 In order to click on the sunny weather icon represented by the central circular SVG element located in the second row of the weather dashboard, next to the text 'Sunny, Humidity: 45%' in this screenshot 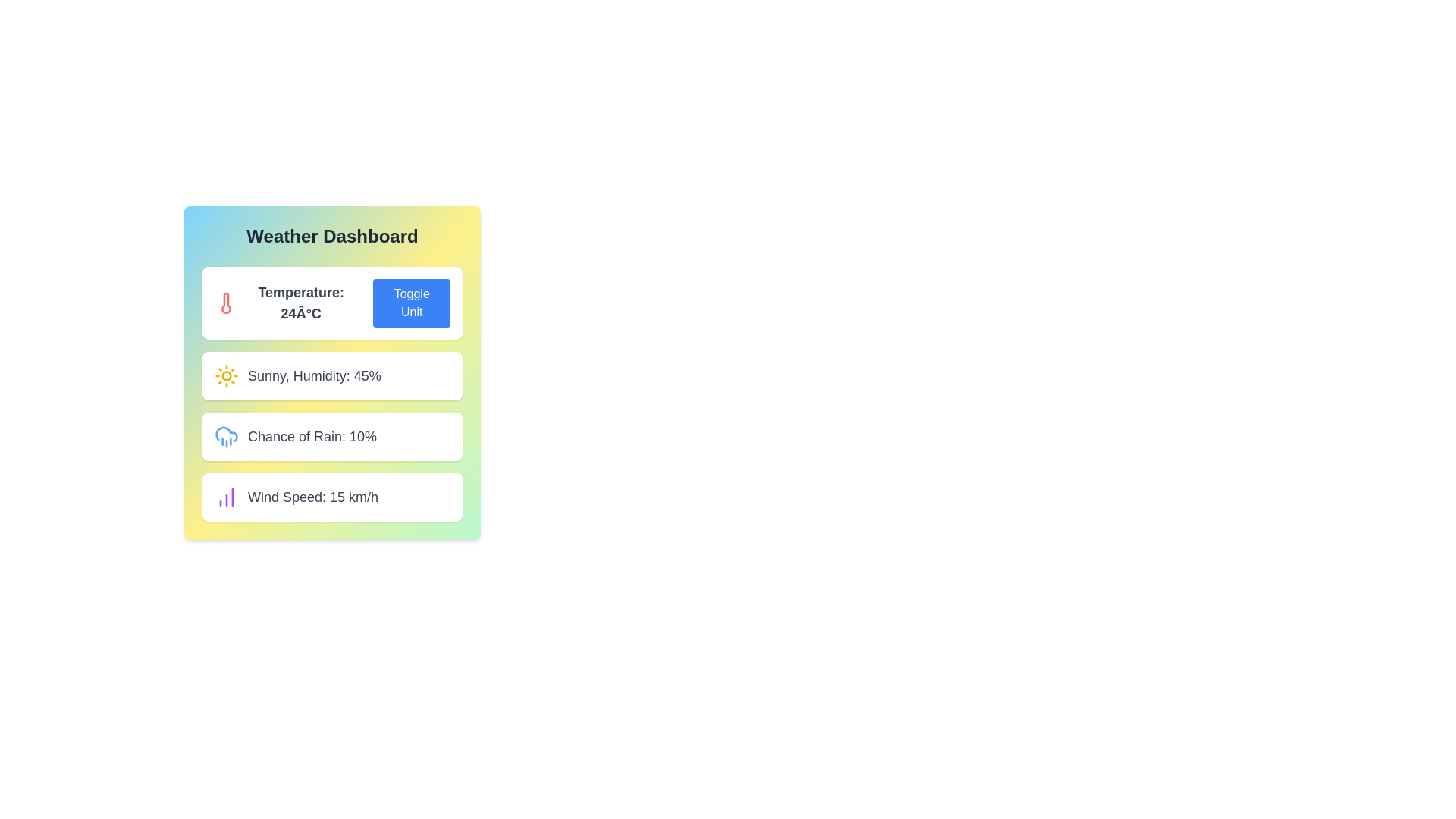, I will do `click(225, 375)`.